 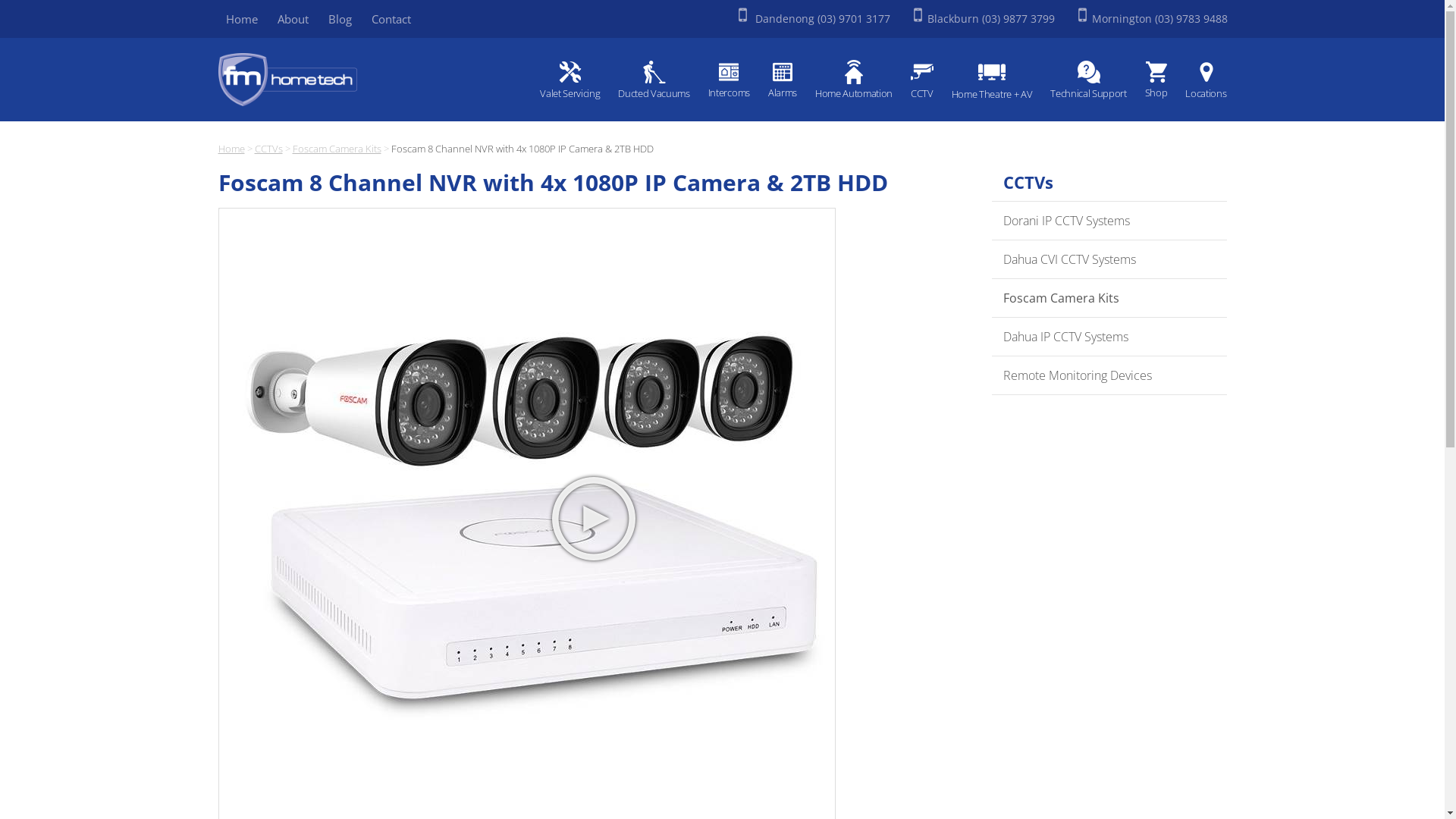 What do you see at coordinates (783, 18) in the screenshot?
I see `'Dandenong'` at bounding box center [783, 18].